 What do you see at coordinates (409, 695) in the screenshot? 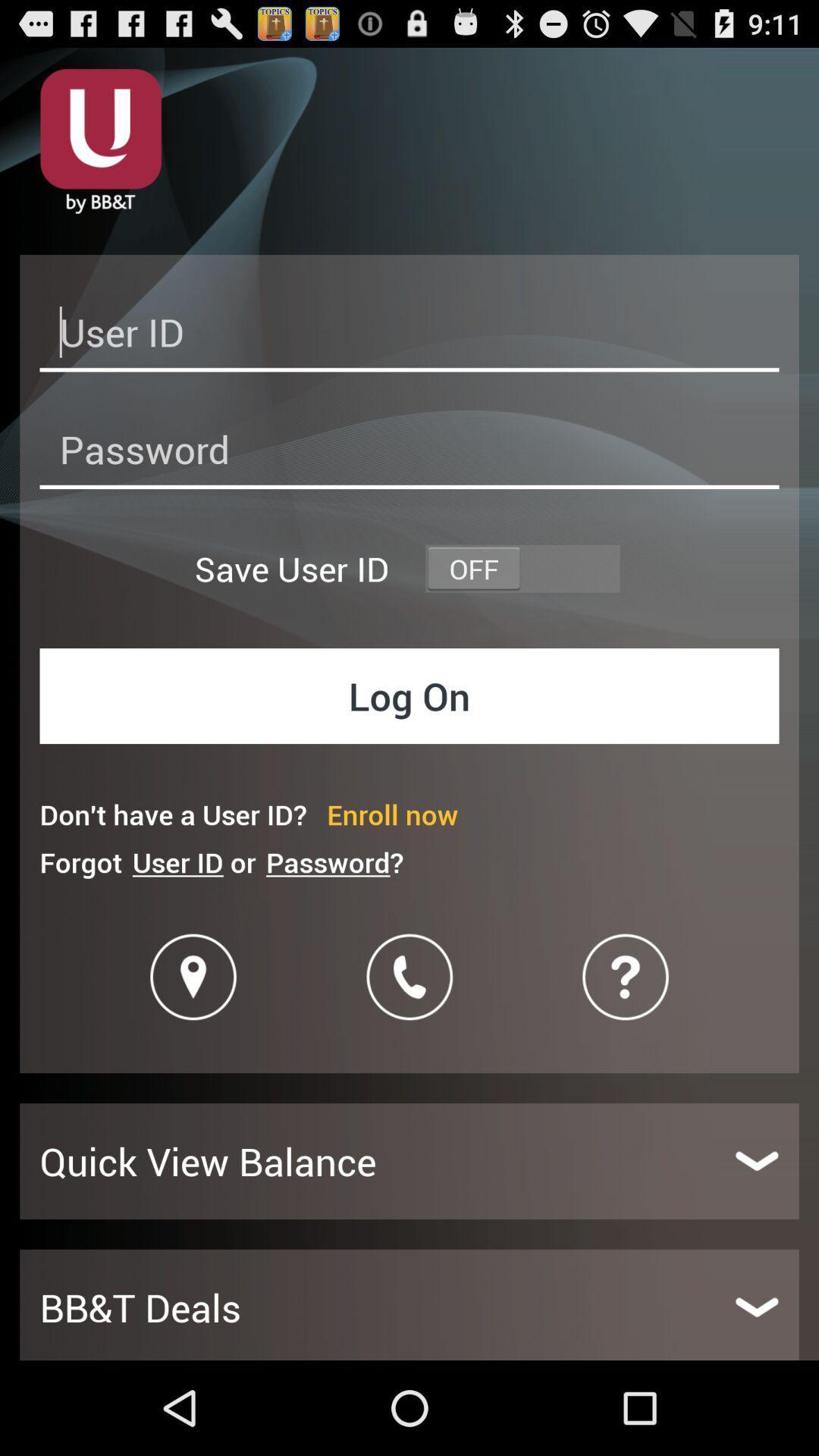
I see `the log on button` at bounding box center [409, 695].